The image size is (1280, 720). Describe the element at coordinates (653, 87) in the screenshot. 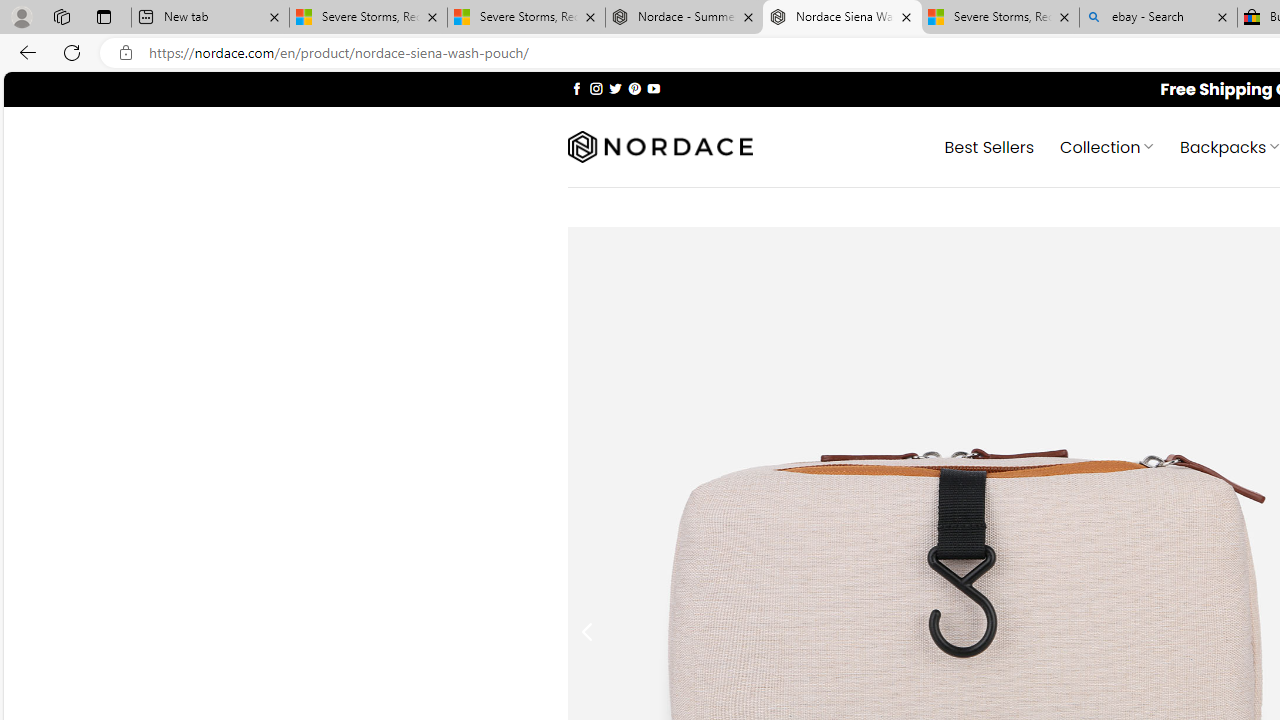

I see `'Follow on YouTube'` at that location.